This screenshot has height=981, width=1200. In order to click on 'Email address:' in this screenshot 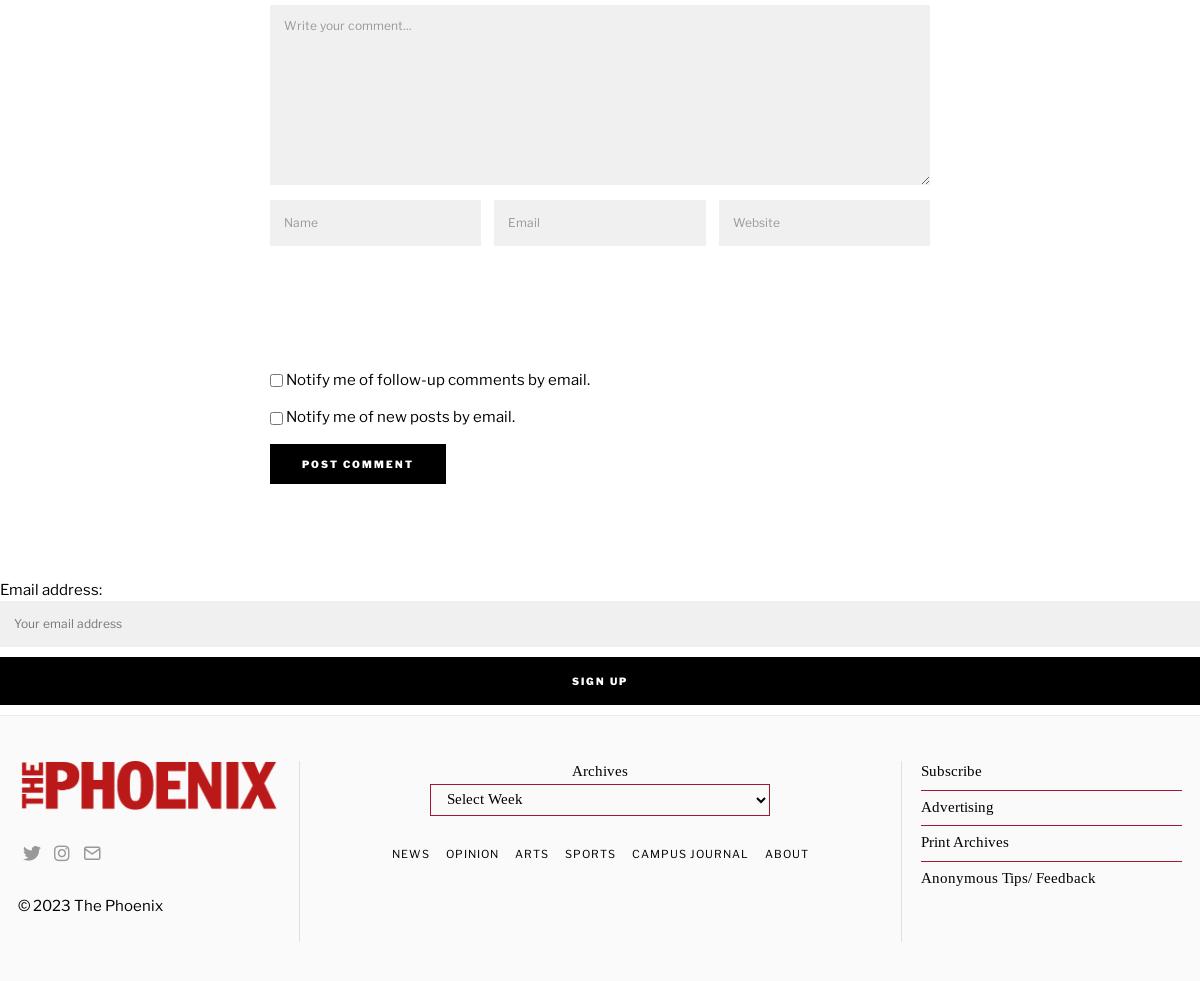, I will do `click(51, 588)`.